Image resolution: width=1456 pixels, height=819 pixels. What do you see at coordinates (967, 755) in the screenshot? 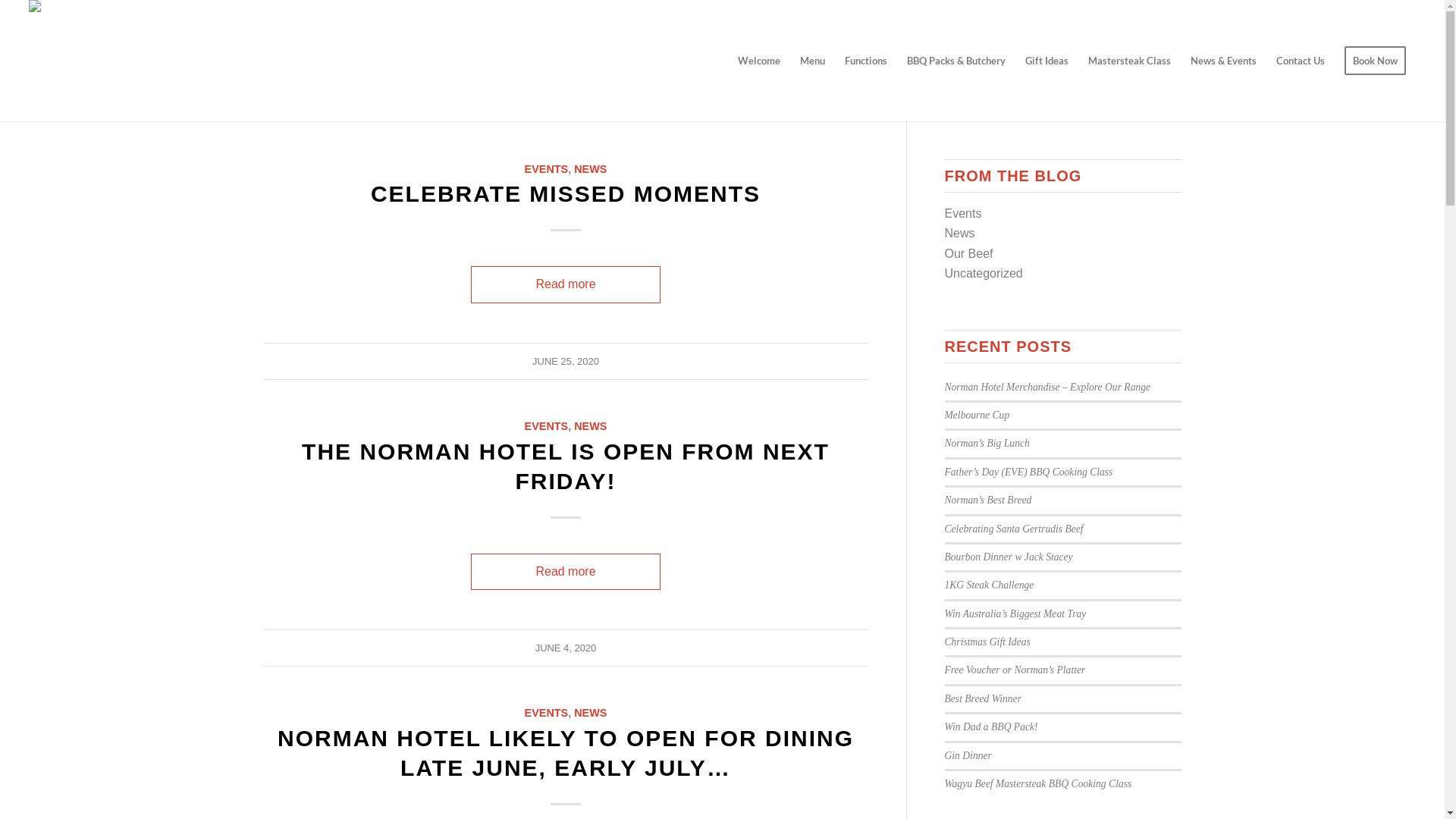
I see `'Gin Dinner'` at bounding box center [967, 755].